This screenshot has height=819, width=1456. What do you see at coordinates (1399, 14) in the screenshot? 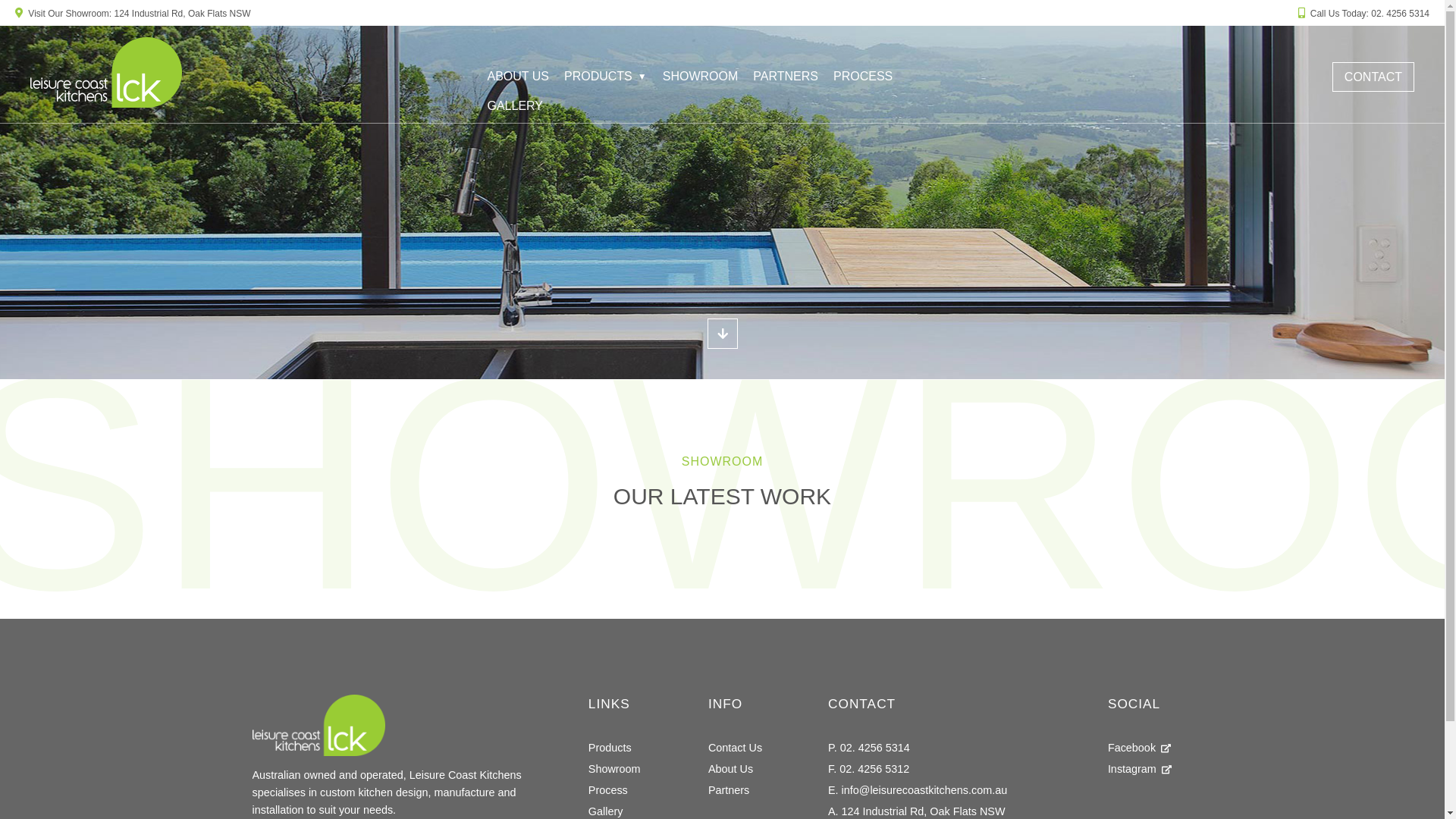
I see `'02. 4256 5314'` at bounding box center [1399, 14].